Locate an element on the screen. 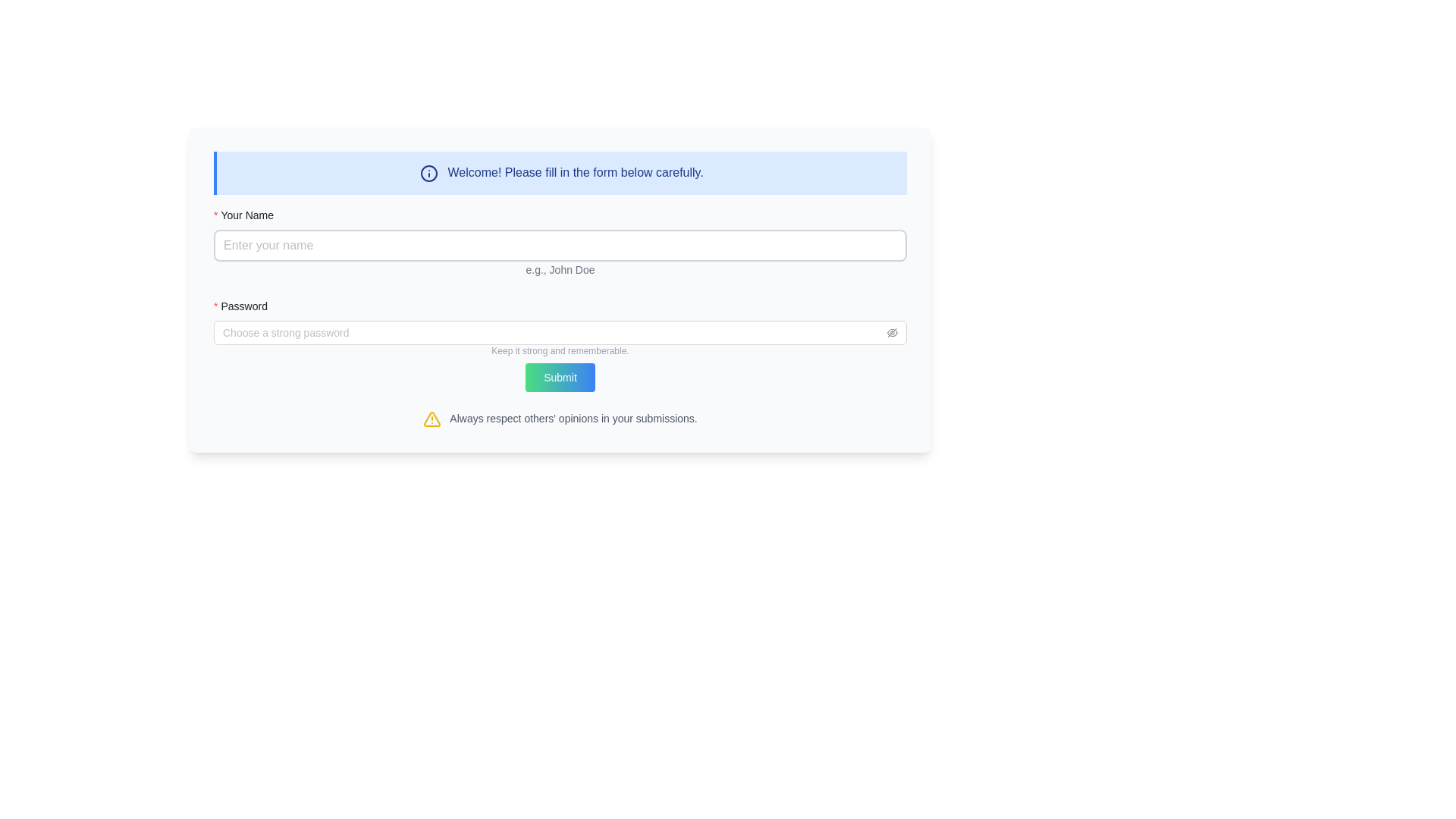 Image resolution: width=1456 pixels, height=819 pixels. the attention-drawing icon located to the left side of the welcome message at the top of the form, which emphasizes the importance of the instructions provided next to it is located at coordinates (431, 419).